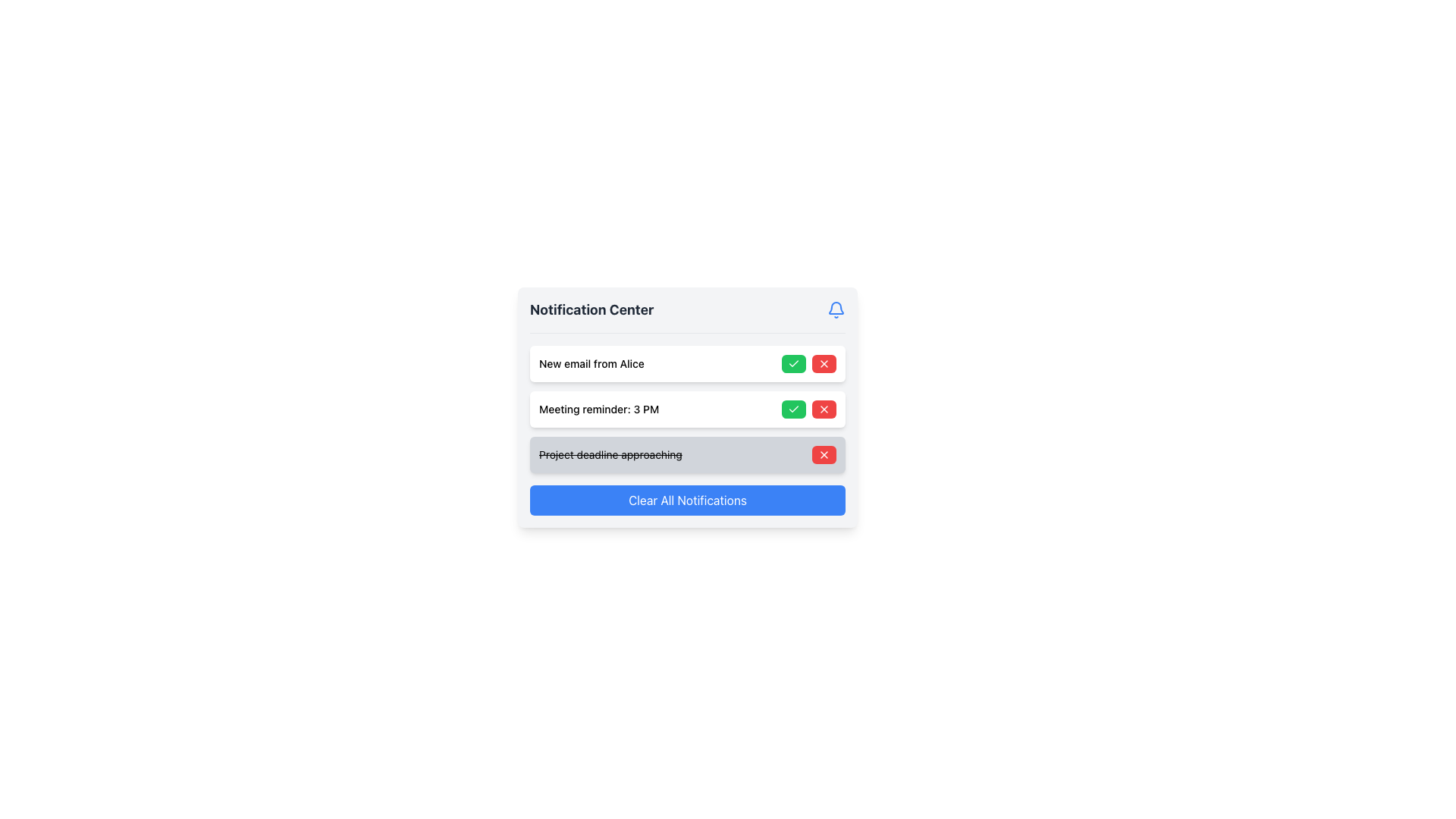  Describe the element at coordinates (823, 409) in the screenshot. I see `the red button with an 'X' icon, located to the right of the green 'check' button` at that location.